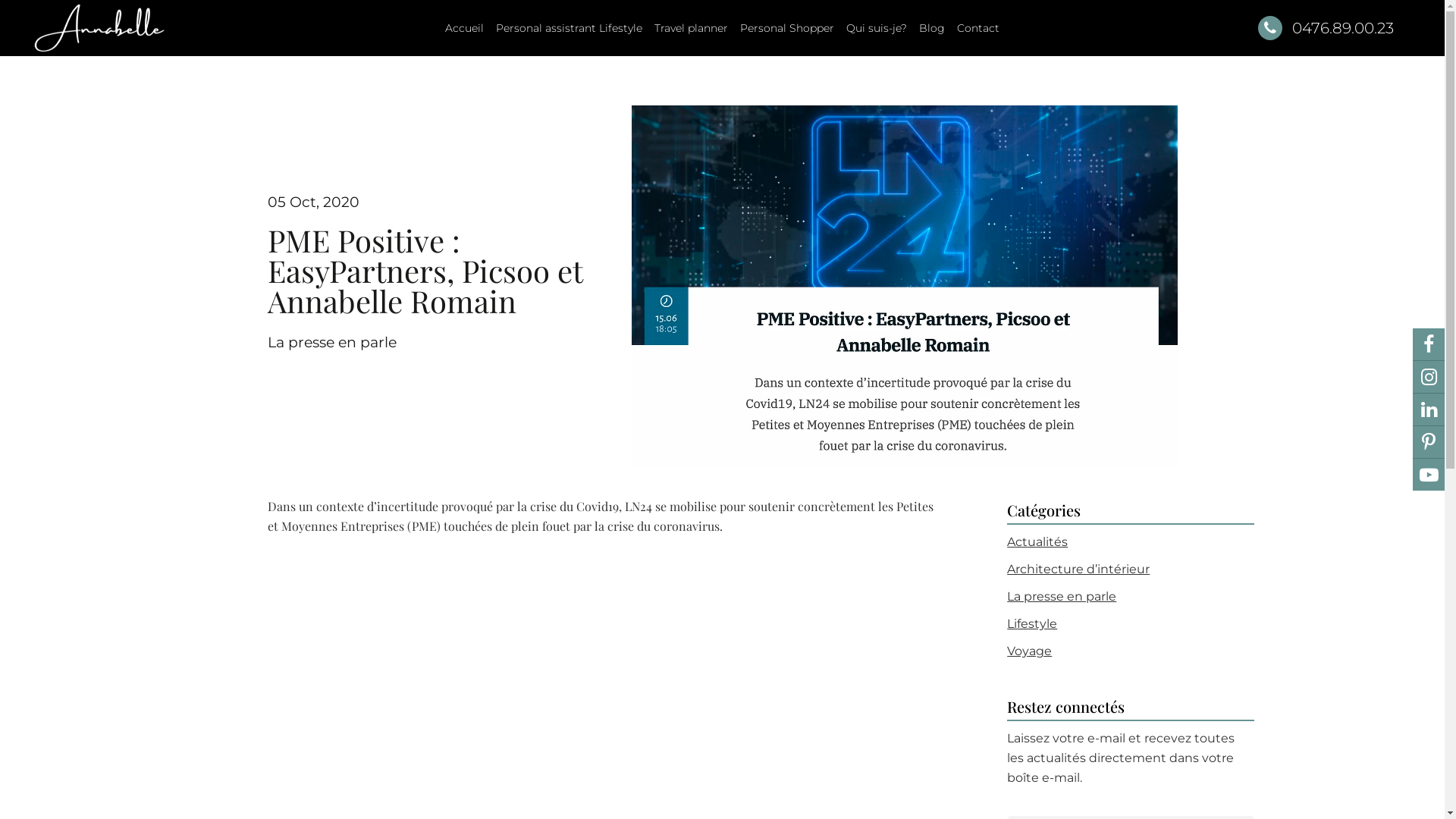 This screenshot has width=1456, height=819. I want to click on 'La presse en parle', so click(1007, 595).